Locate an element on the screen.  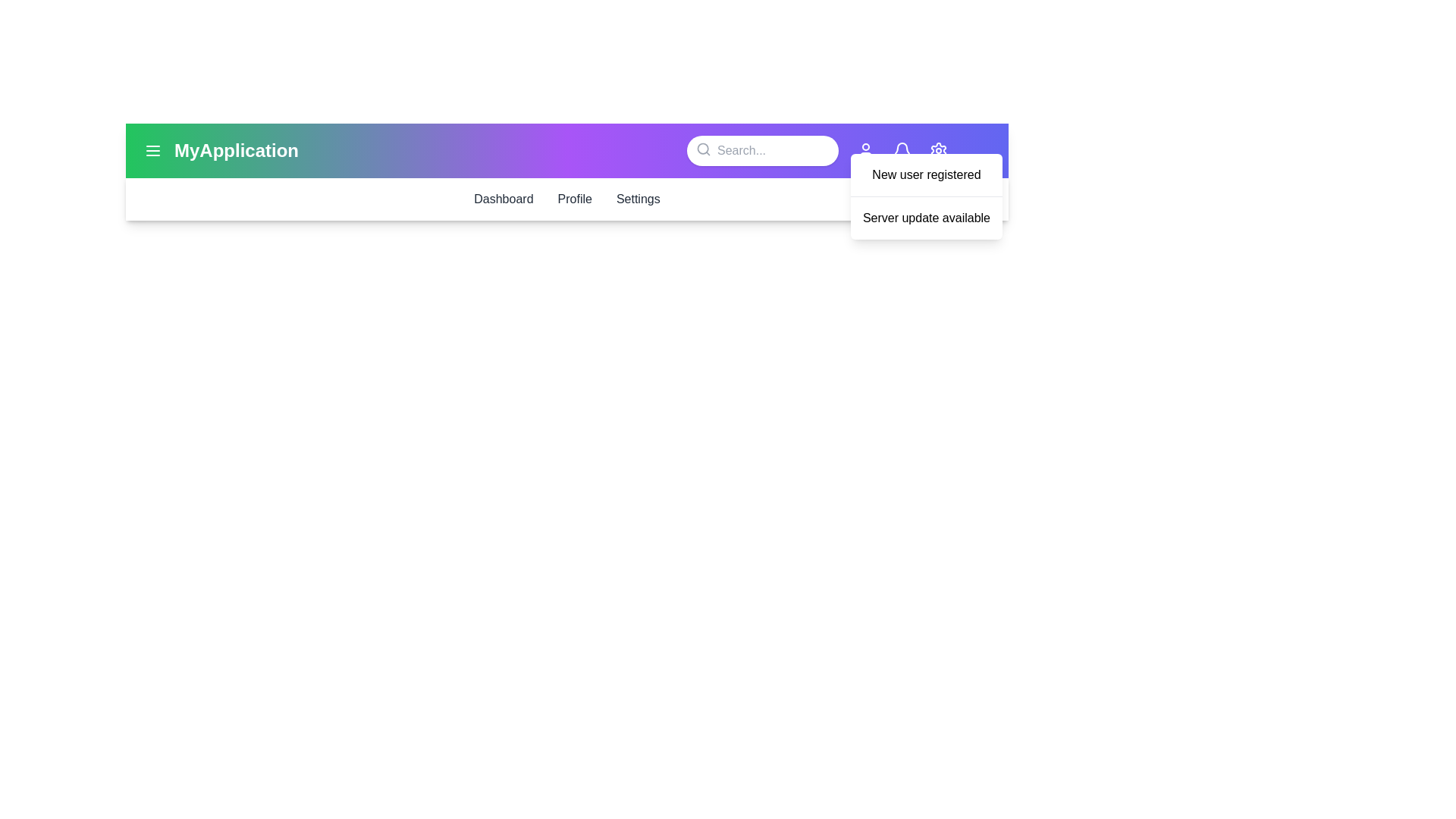
the menu item Settings to navigate to the corresponding section is located at coordinates (637, 198).